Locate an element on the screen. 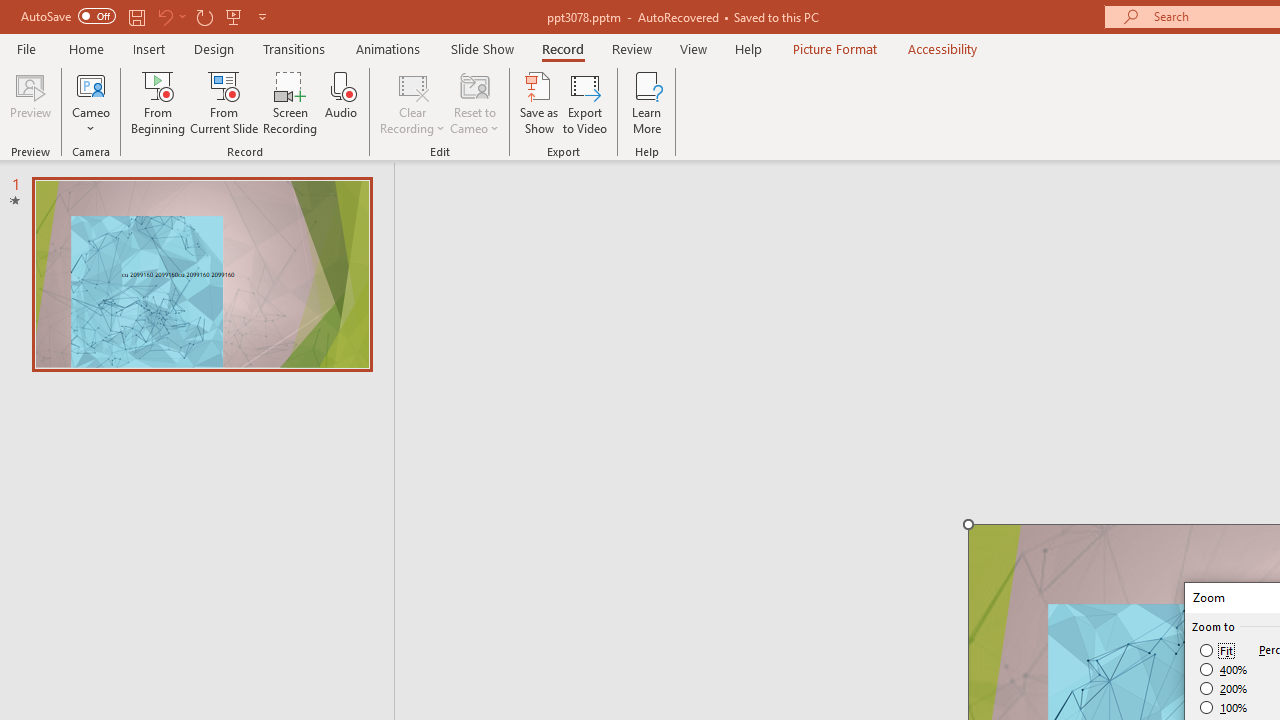  '400%' is located at coordinates (1223, 669).